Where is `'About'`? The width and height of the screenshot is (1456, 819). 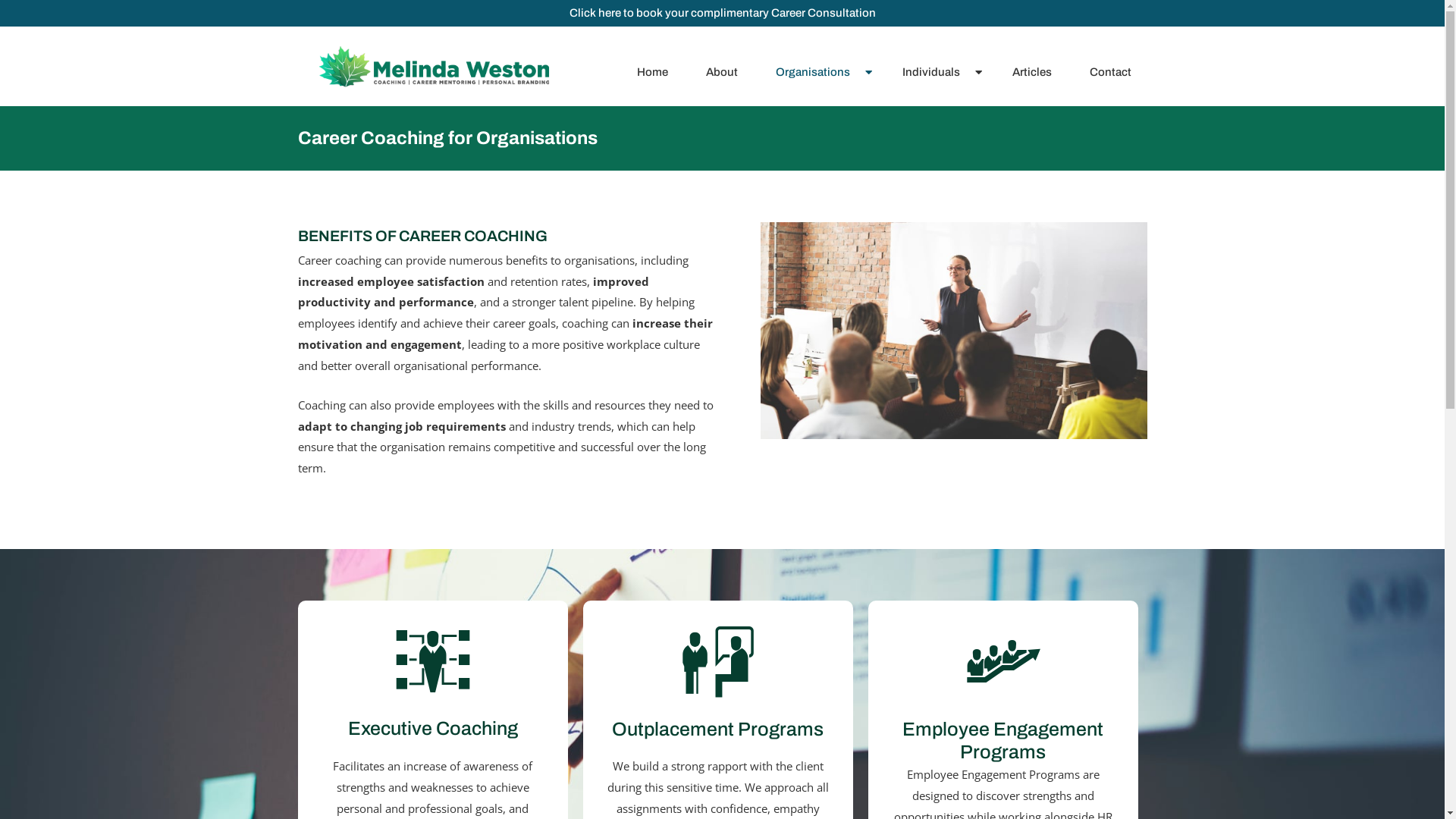
'About' is located at coordinates (724, 72).